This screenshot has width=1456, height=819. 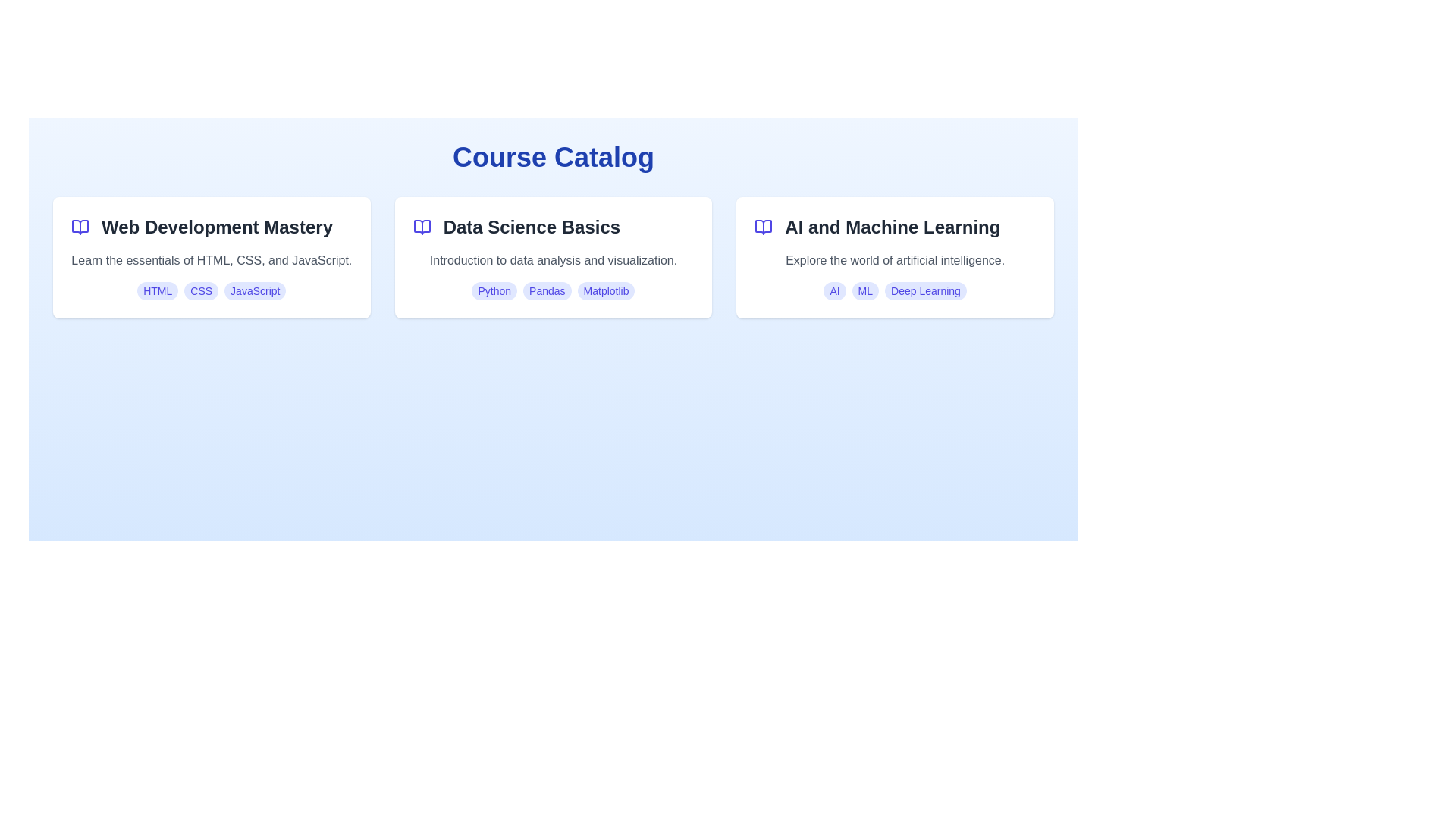 I want to click on the Tag Group containing the keywords 'AI', 'ML', and 'Deep Learning', so click(x=895, y=291).